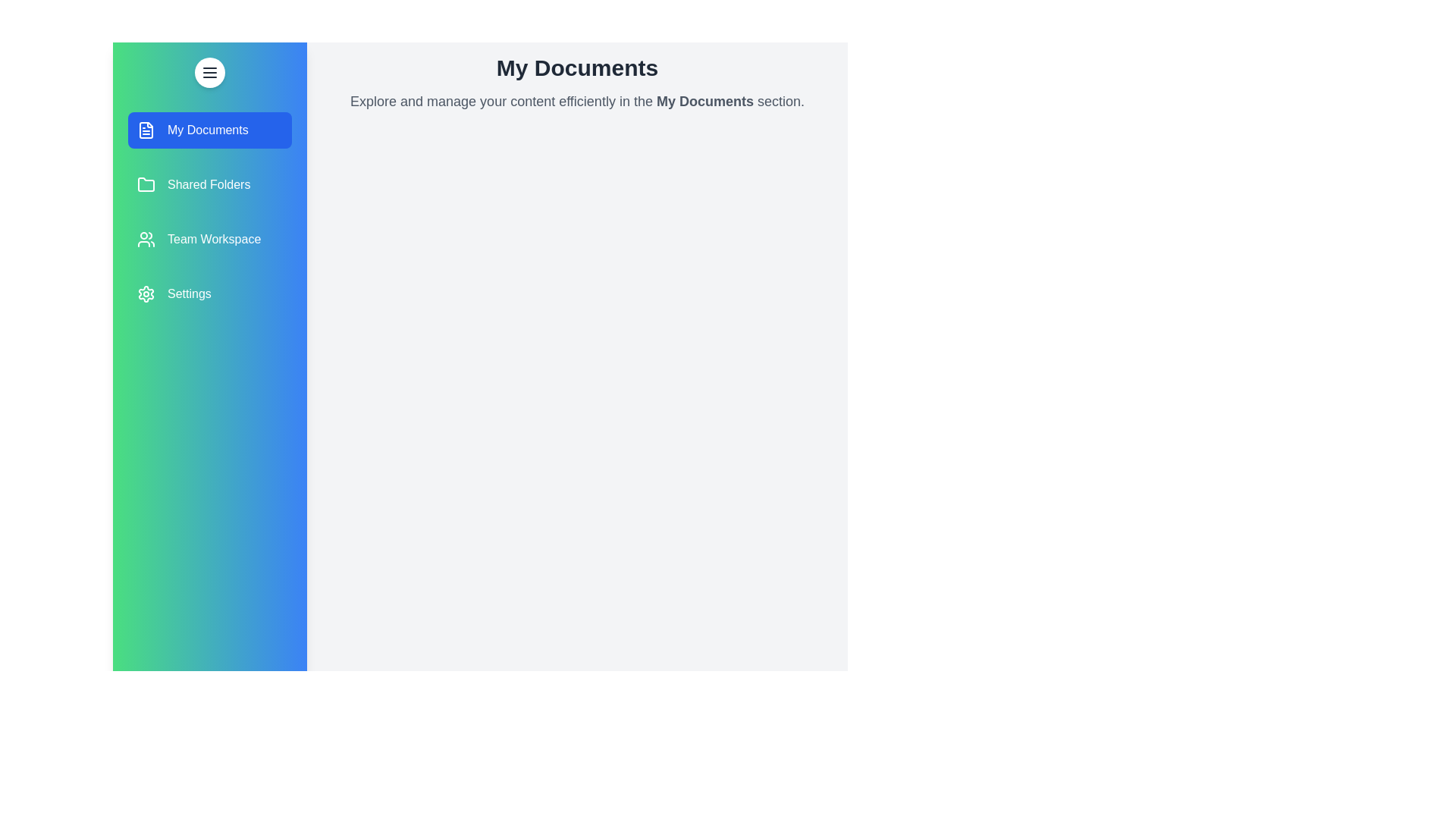 This screenshot has width=1456, height=819. Describe the element at coordinates (209, 184) in the screenshot. I see `the section Shared Folders from the drawer menu` at that location.